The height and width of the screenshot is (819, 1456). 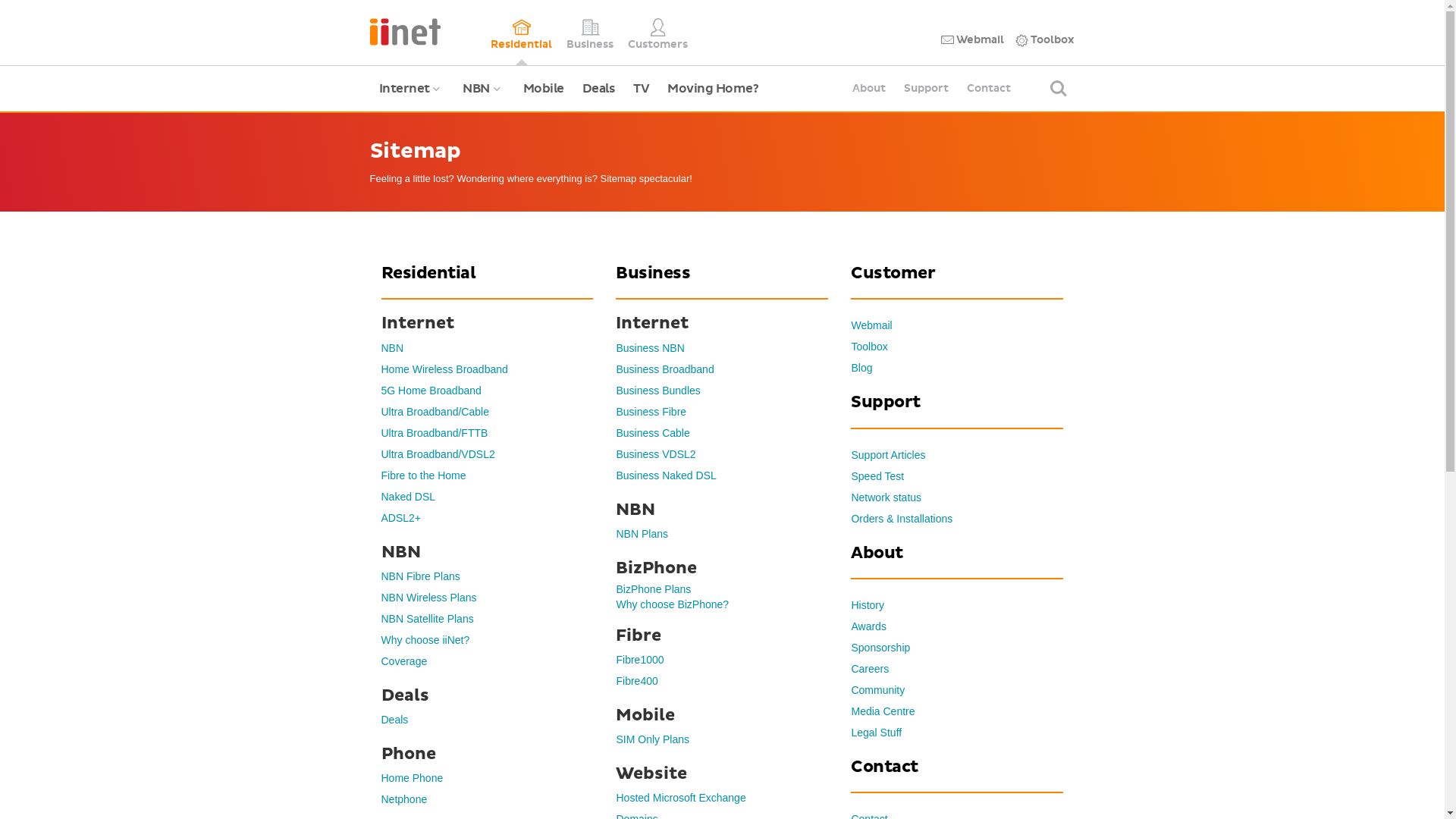 What do you see at coordinates (433, 432) in the screenshot?
I see `'Ultra Broadband/FTTB'` at bounding box center [433, 432].